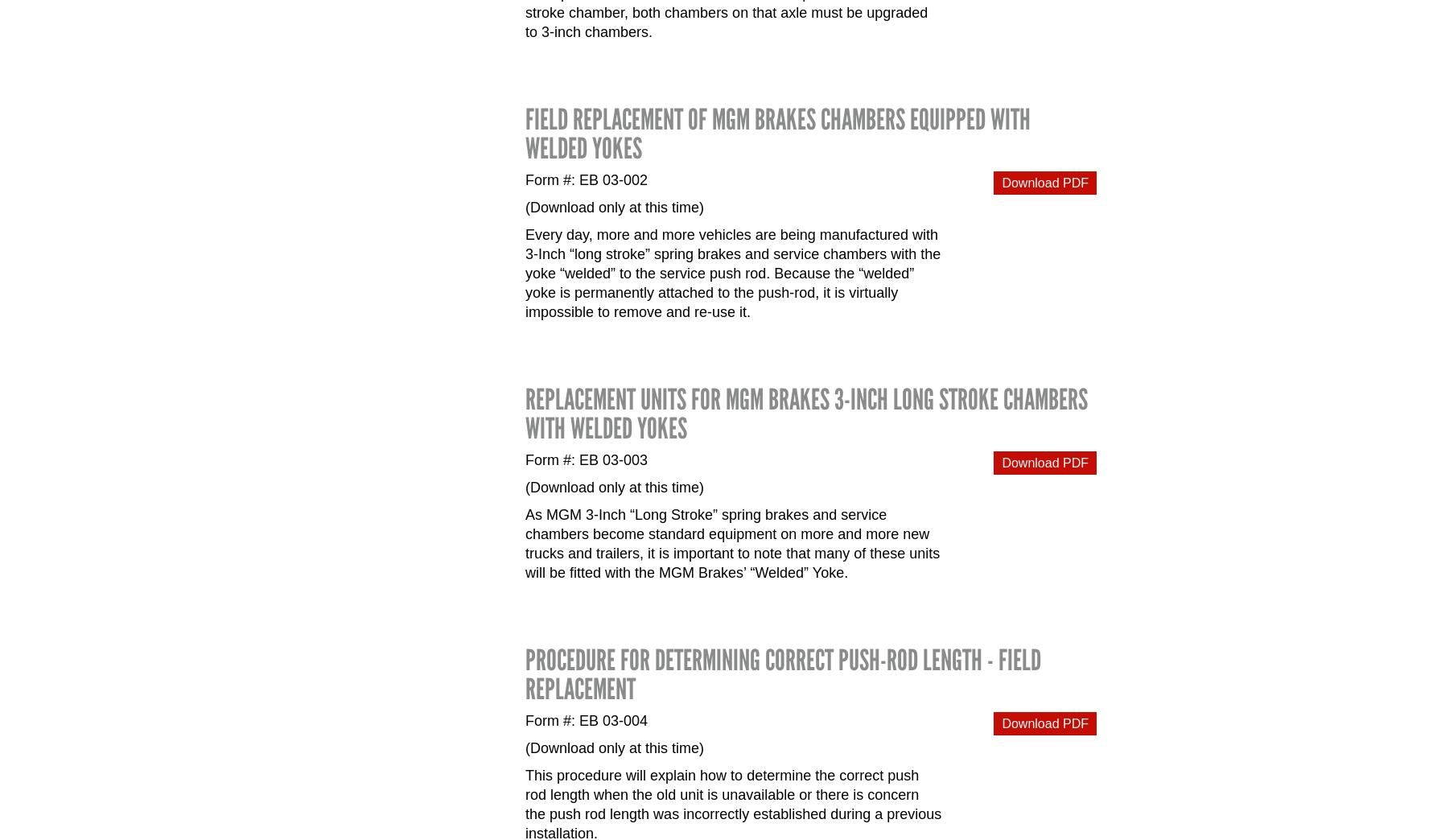 Image resolution: width=1437 pixels, height=840 pixels. I want to click on 'Replacement Units for MGM Brakes 3-Inch Long Stroke Chambers with Welded Yokes', so click(806, 414).